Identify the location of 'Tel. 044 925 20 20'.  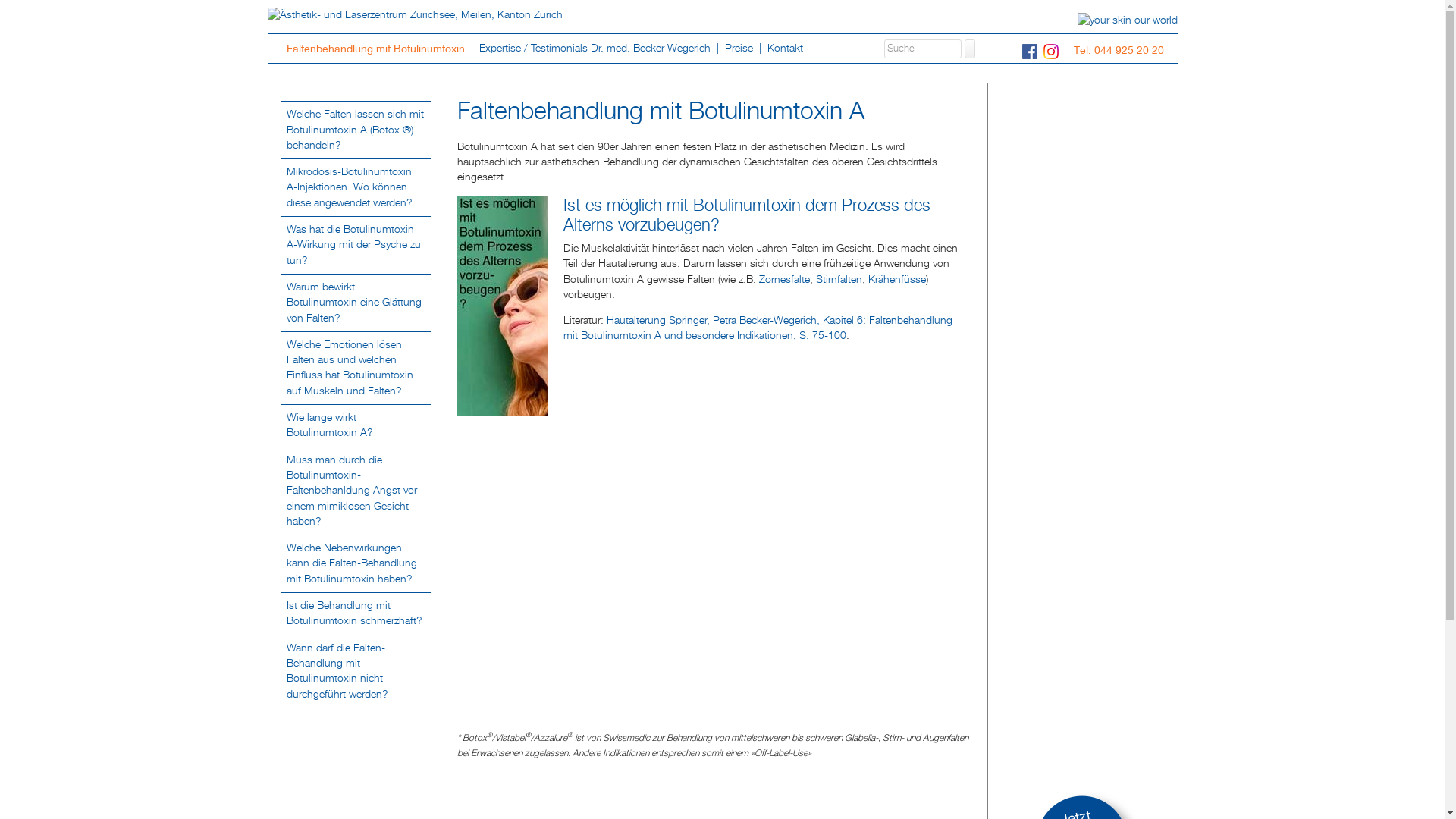
(1122, 49).